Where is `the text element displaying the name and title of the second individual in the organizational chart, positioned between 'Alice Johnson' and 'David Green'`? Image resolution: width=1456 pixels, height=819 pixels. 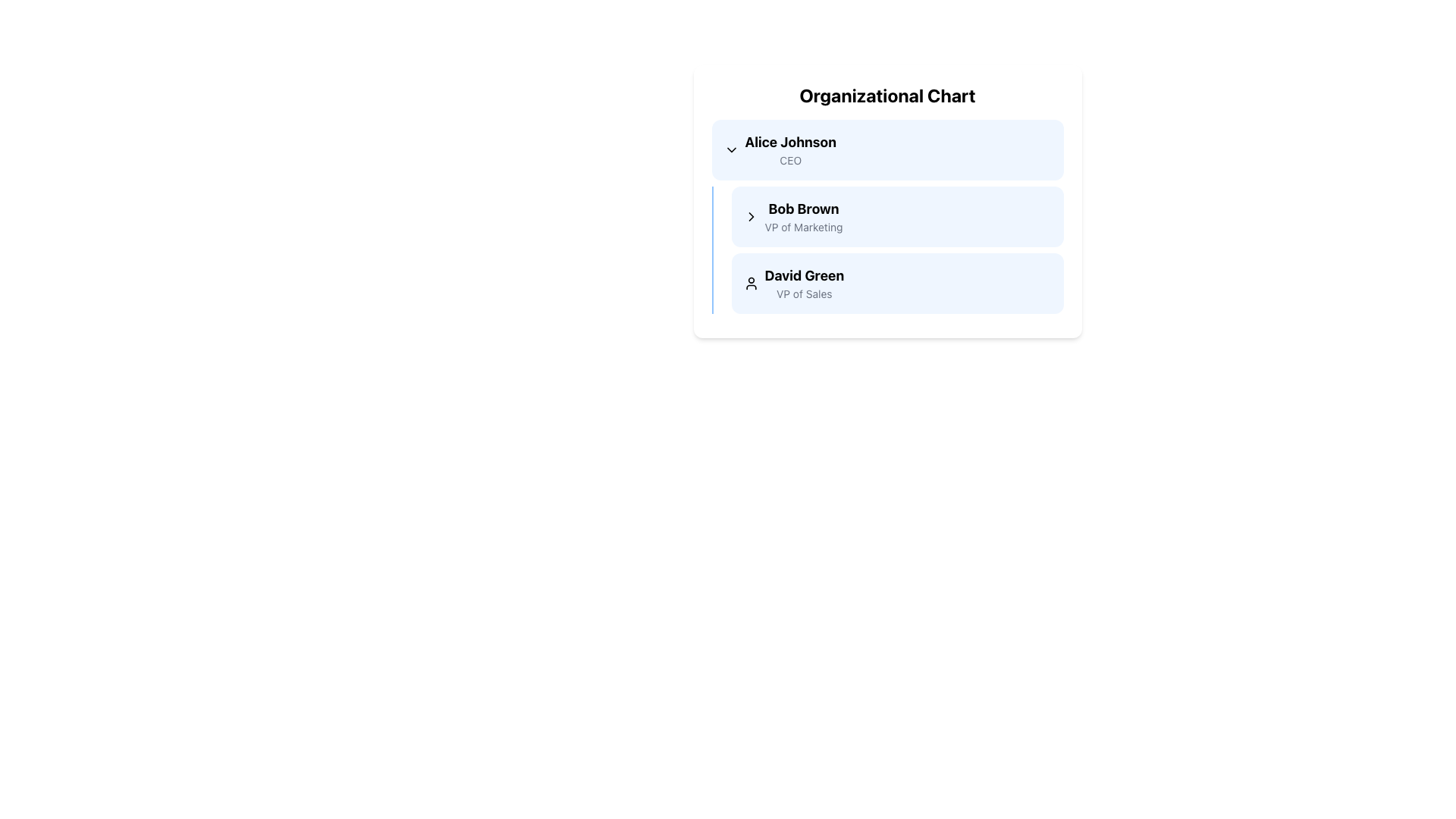 the text element displaying the name and title of the second individual in the organizational chart, positioned between 'Alice Johnson' and 'David Green' is located at coordinates (803, 216).